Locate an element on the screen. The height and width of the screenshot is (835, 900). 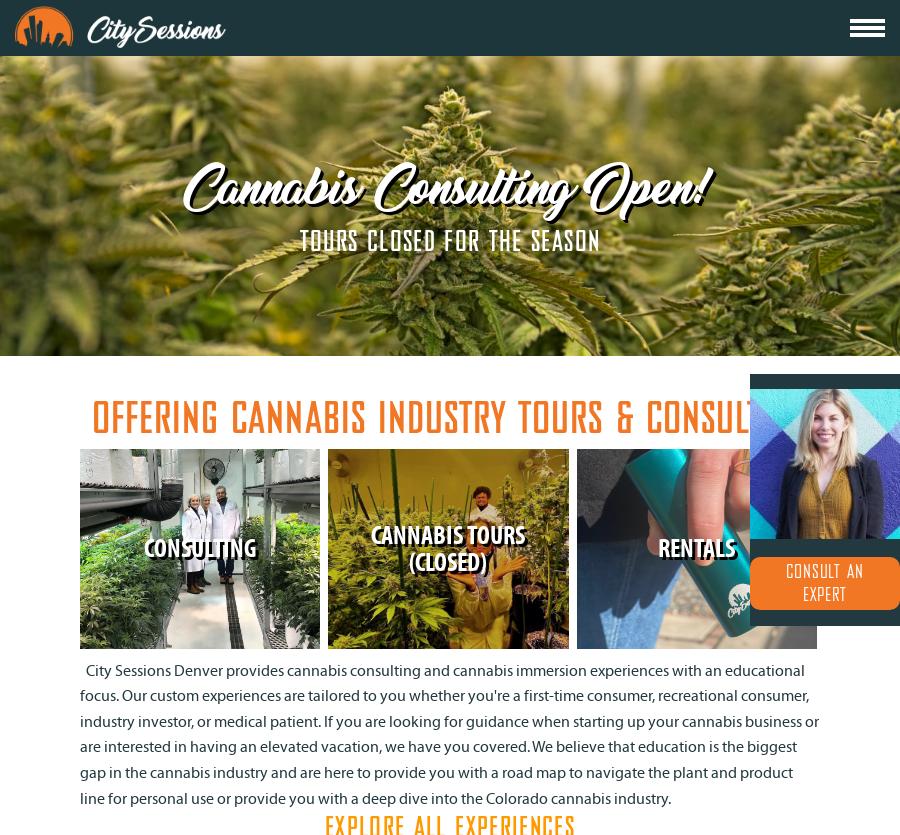
'EXPERIENCES' is located at coordinates (261, 48).